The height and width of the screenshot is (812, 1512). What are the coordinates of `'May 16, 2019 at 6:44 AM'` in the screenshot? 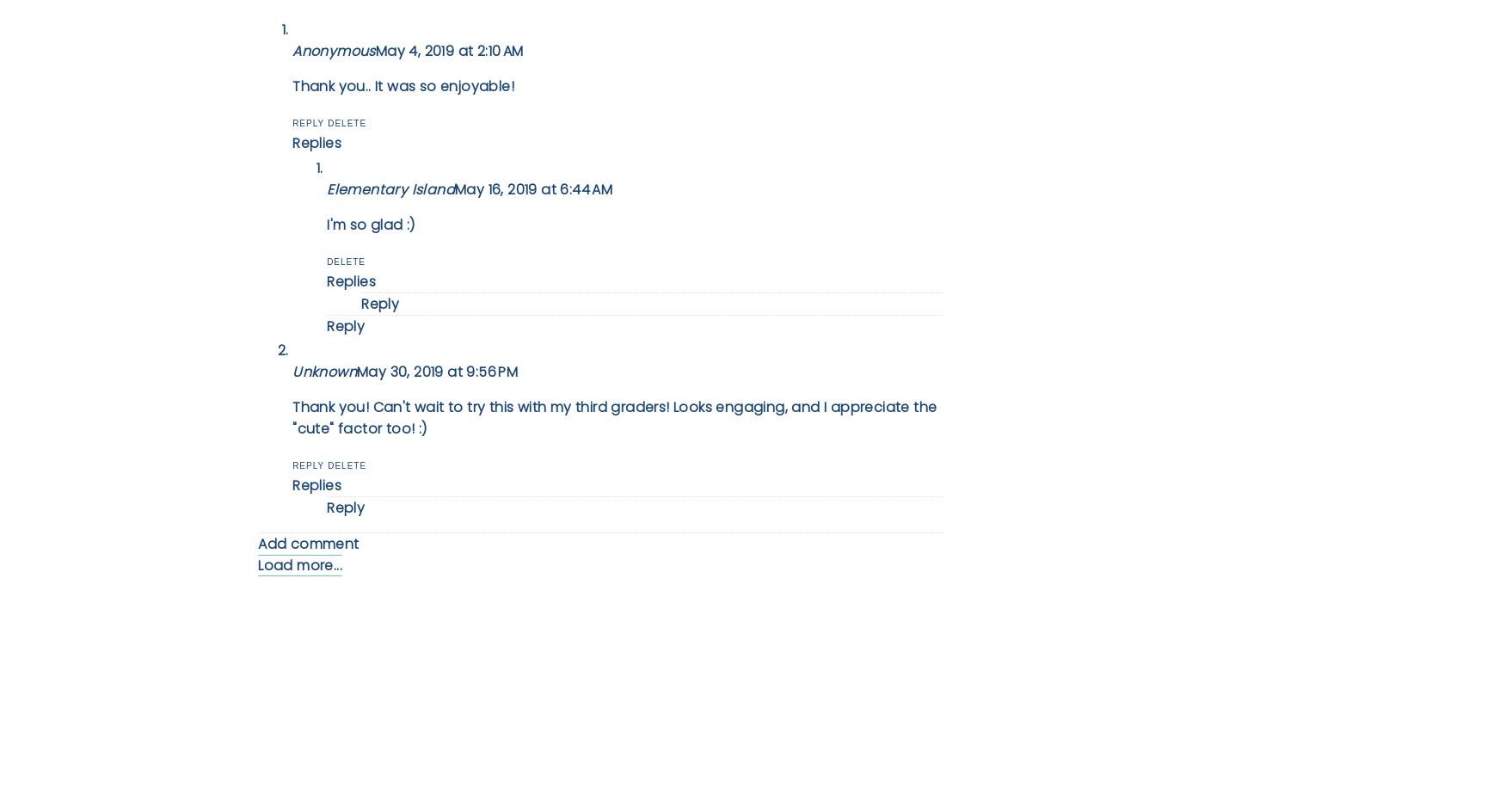 It's located at (533, 188).